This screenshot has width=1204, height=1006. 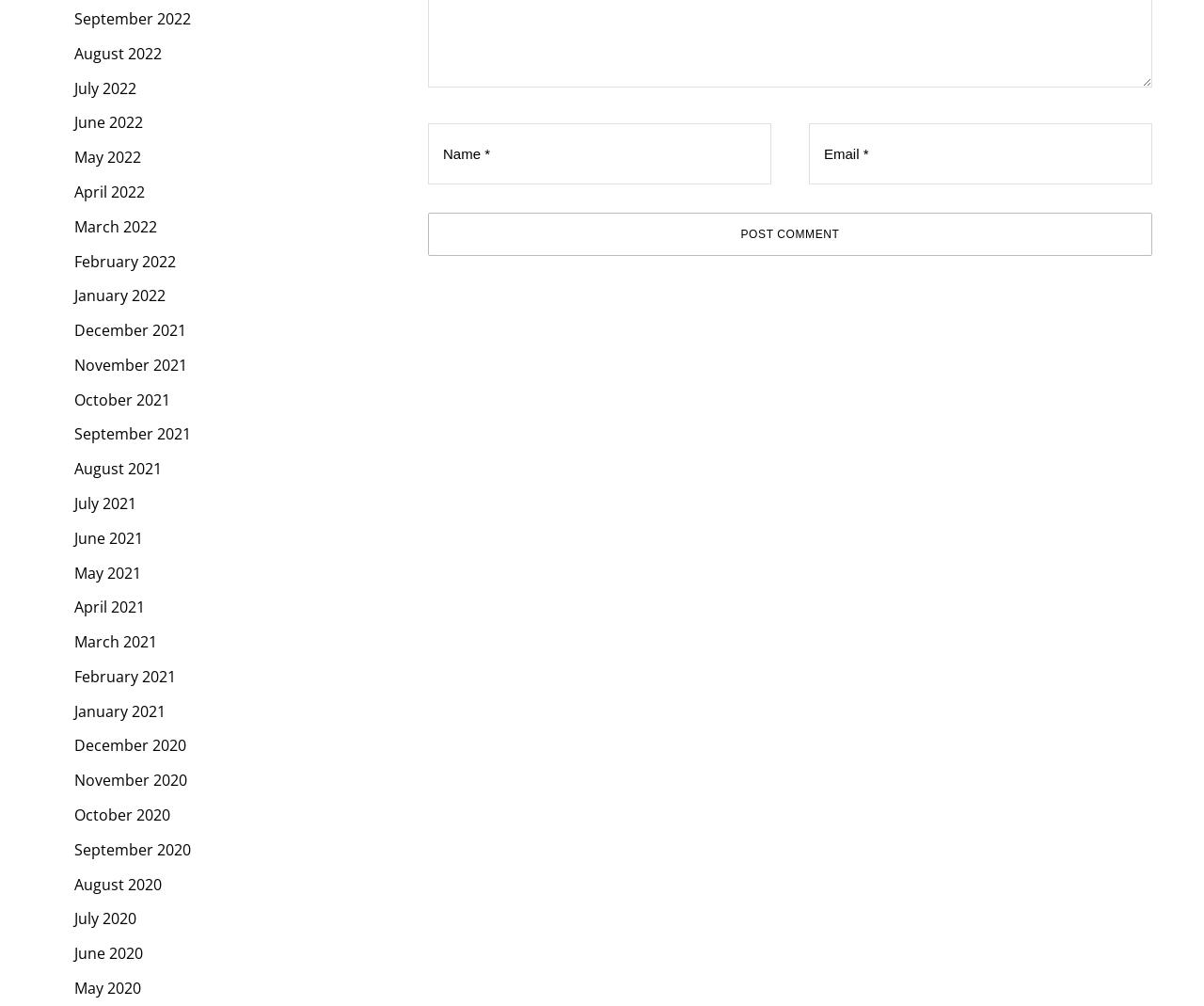 What do you see at coordinates (107, 121) in the screenshot?
I see `'June 2022'` at bounding box center [107, 121].